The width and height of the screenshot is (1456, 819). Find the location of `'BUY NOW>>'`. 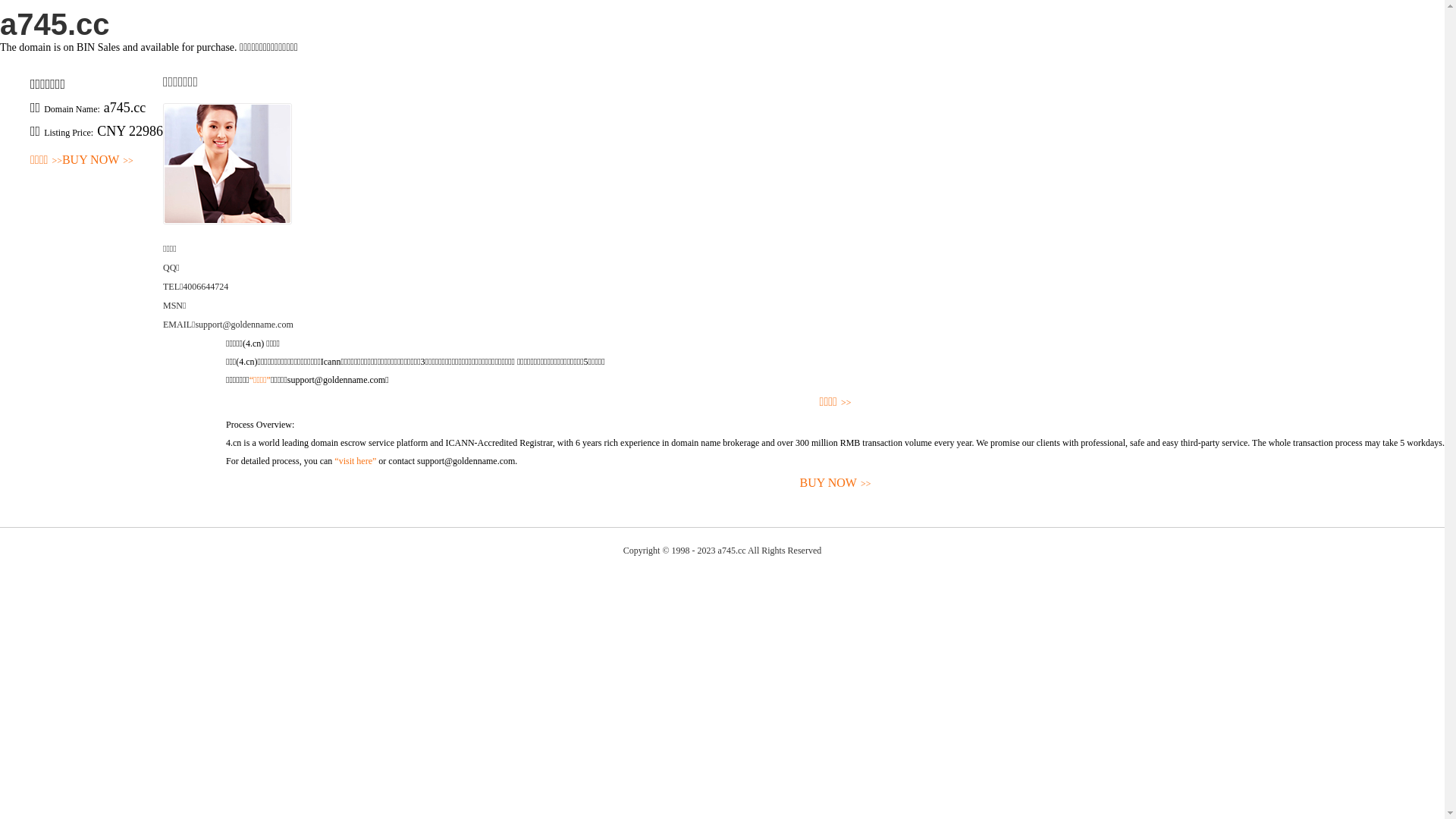

'BUY NOW>>' is located at coordinates (834, 483).